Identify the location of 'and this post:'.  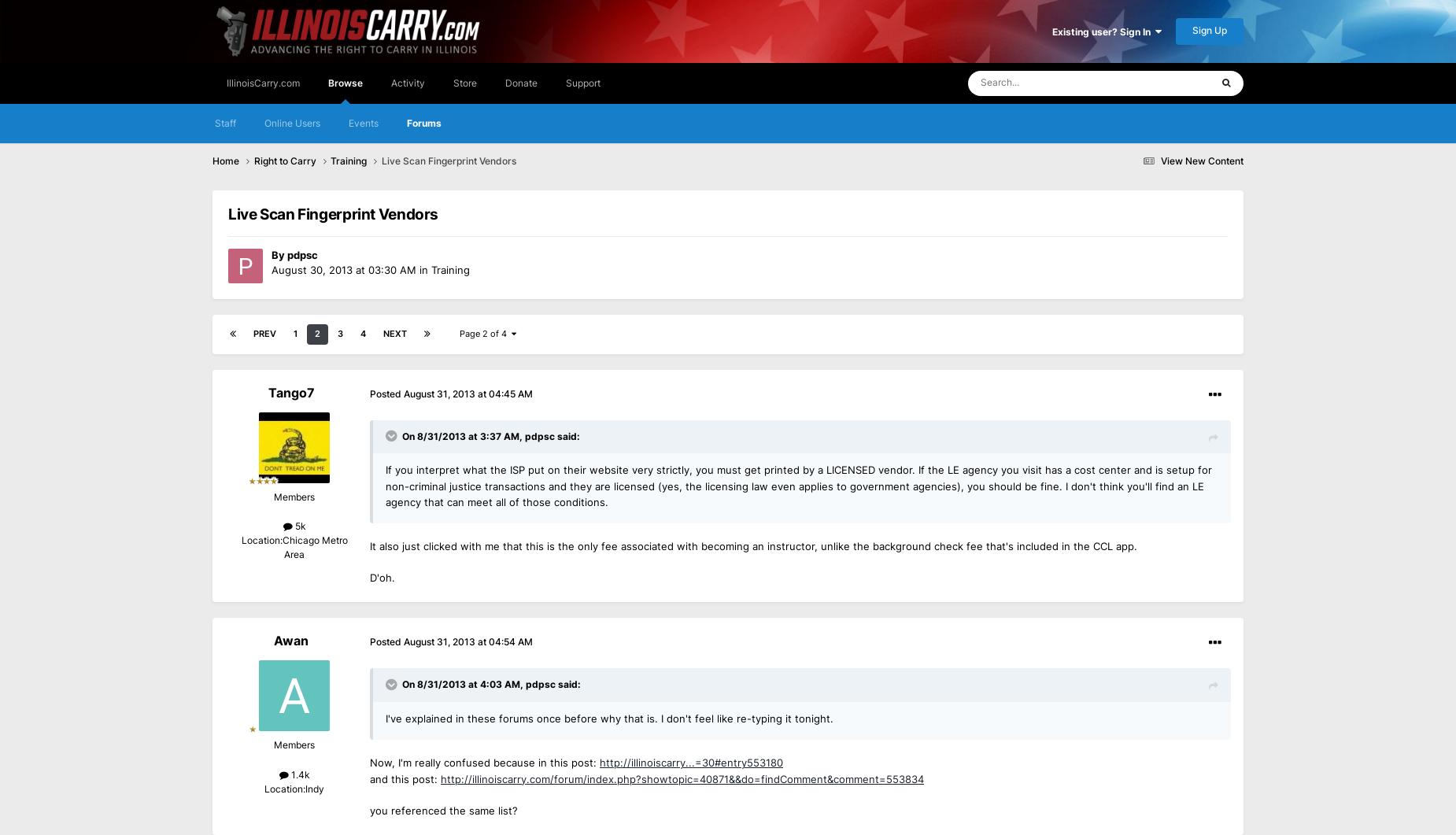
(405, 778).